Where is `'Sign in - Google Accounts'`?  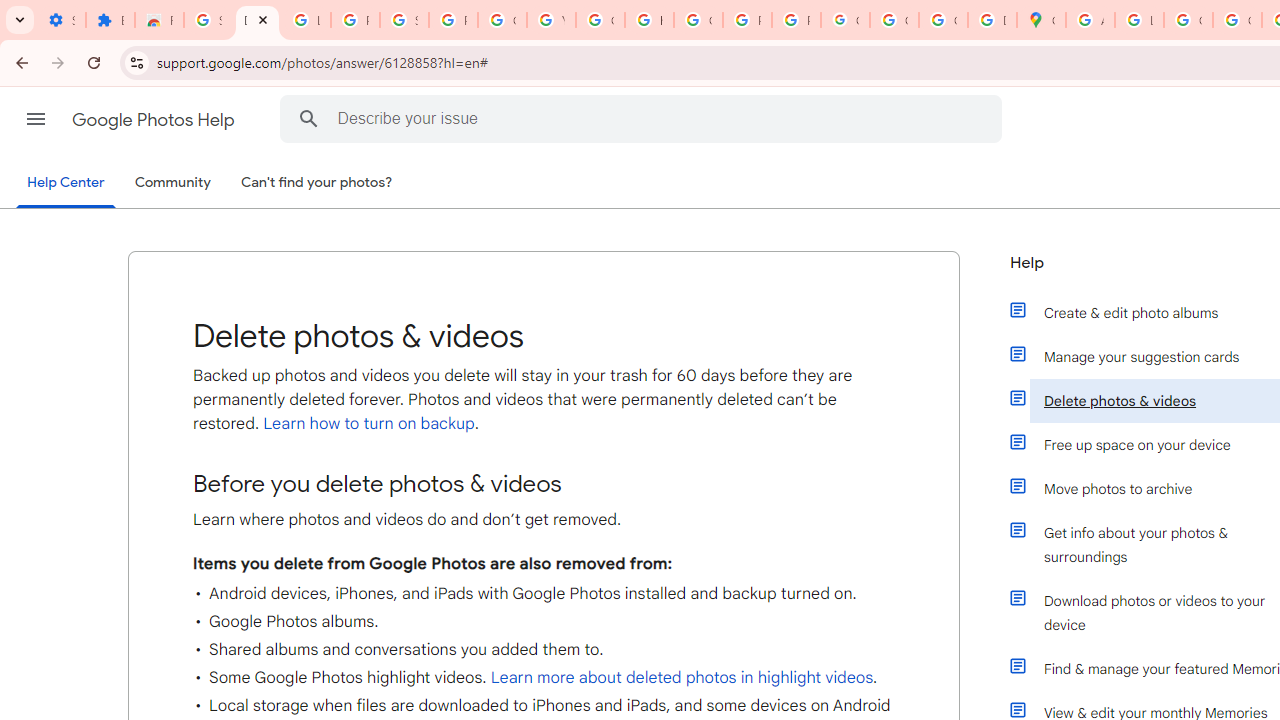 'Sign in - Google Accounts' is located at coordinates (208, 20).